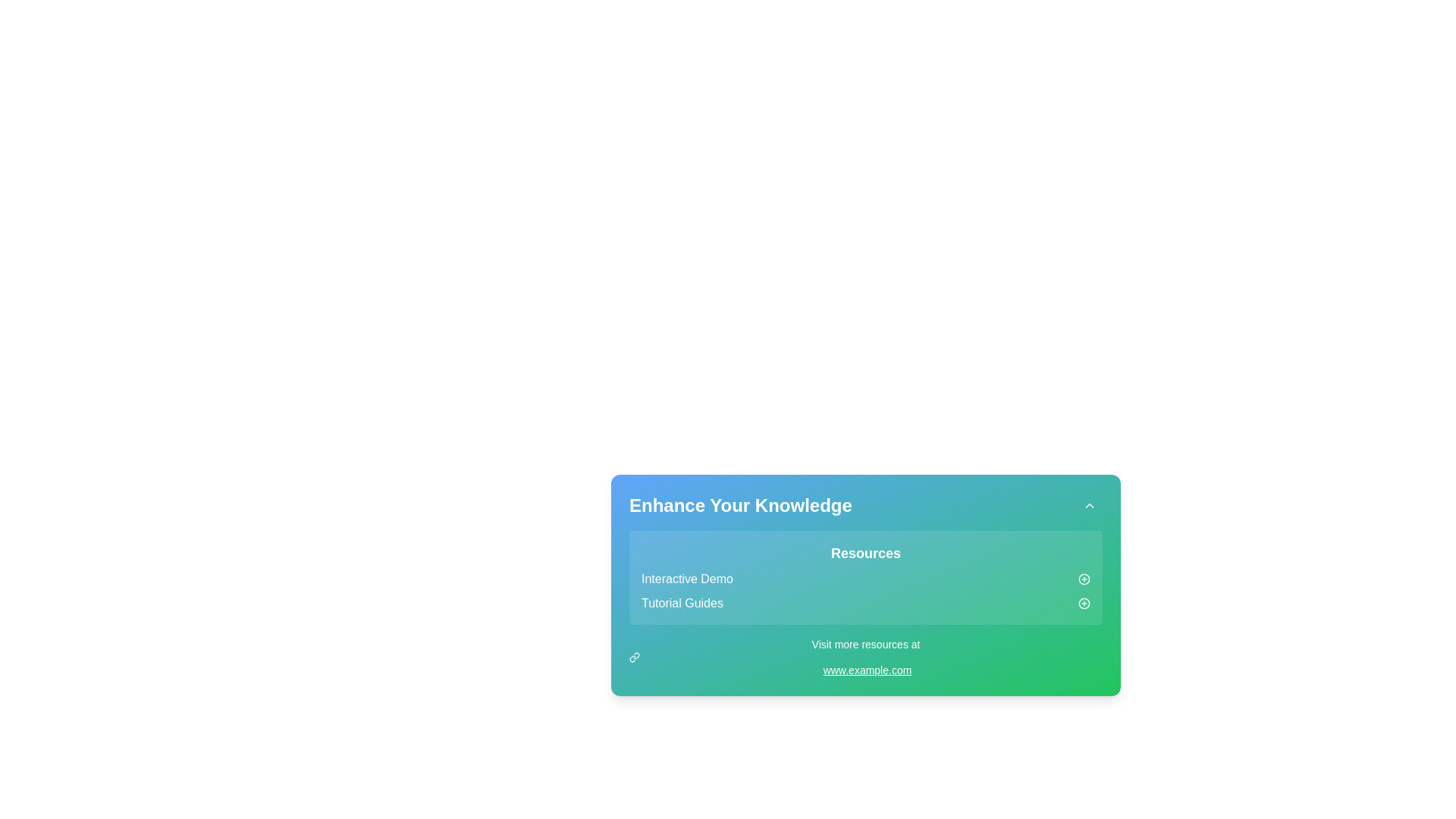  I want to click on the filled circular SVG graphic located in the lower-right corner of the card interface under the 'Resources' section, so click(1084, 579).